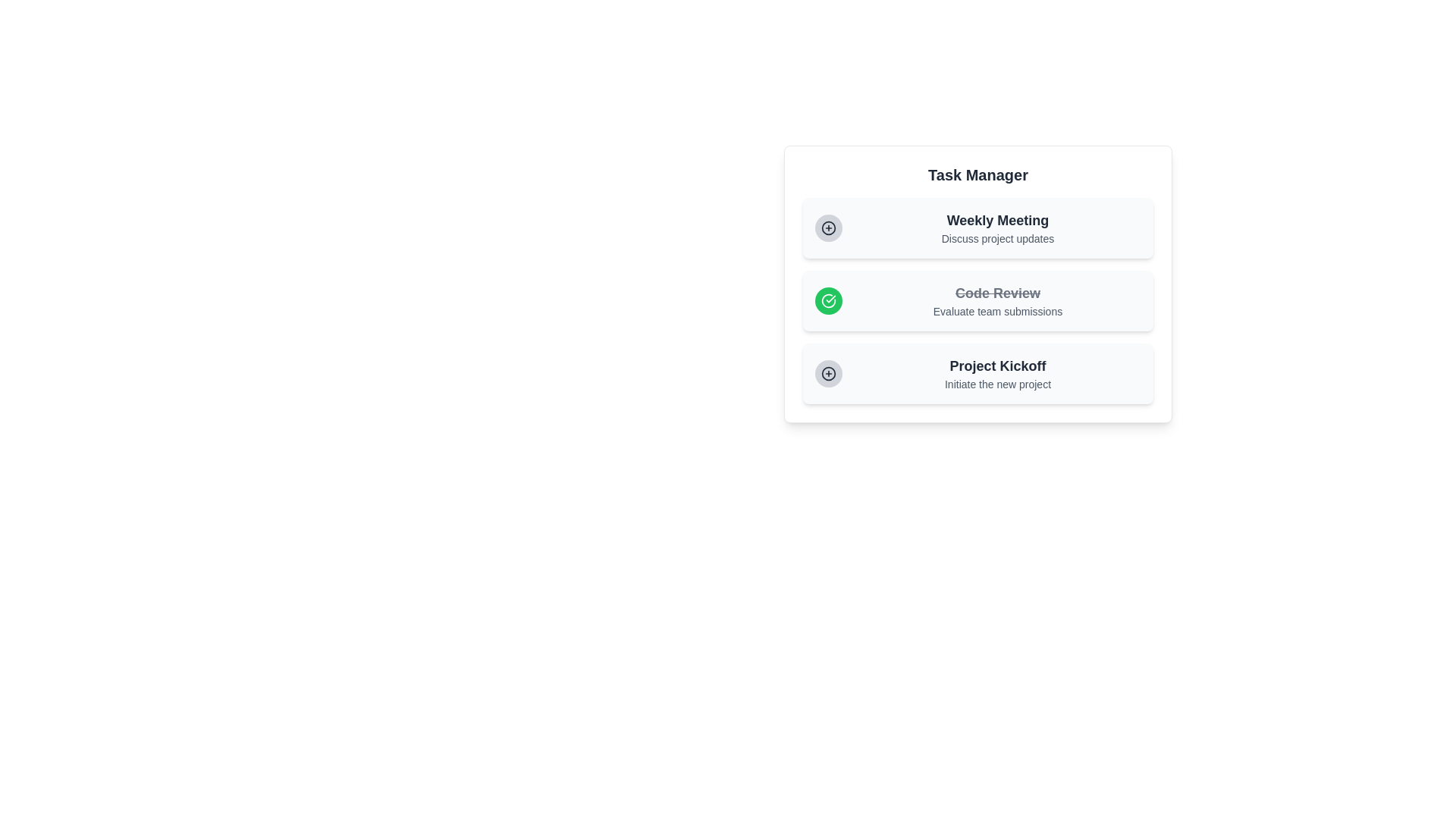  What do you see at coordinates (978, 284) in the screenshot?
I see `the completed 'Code Review' task indicator card` at bounding box center [978, 284].